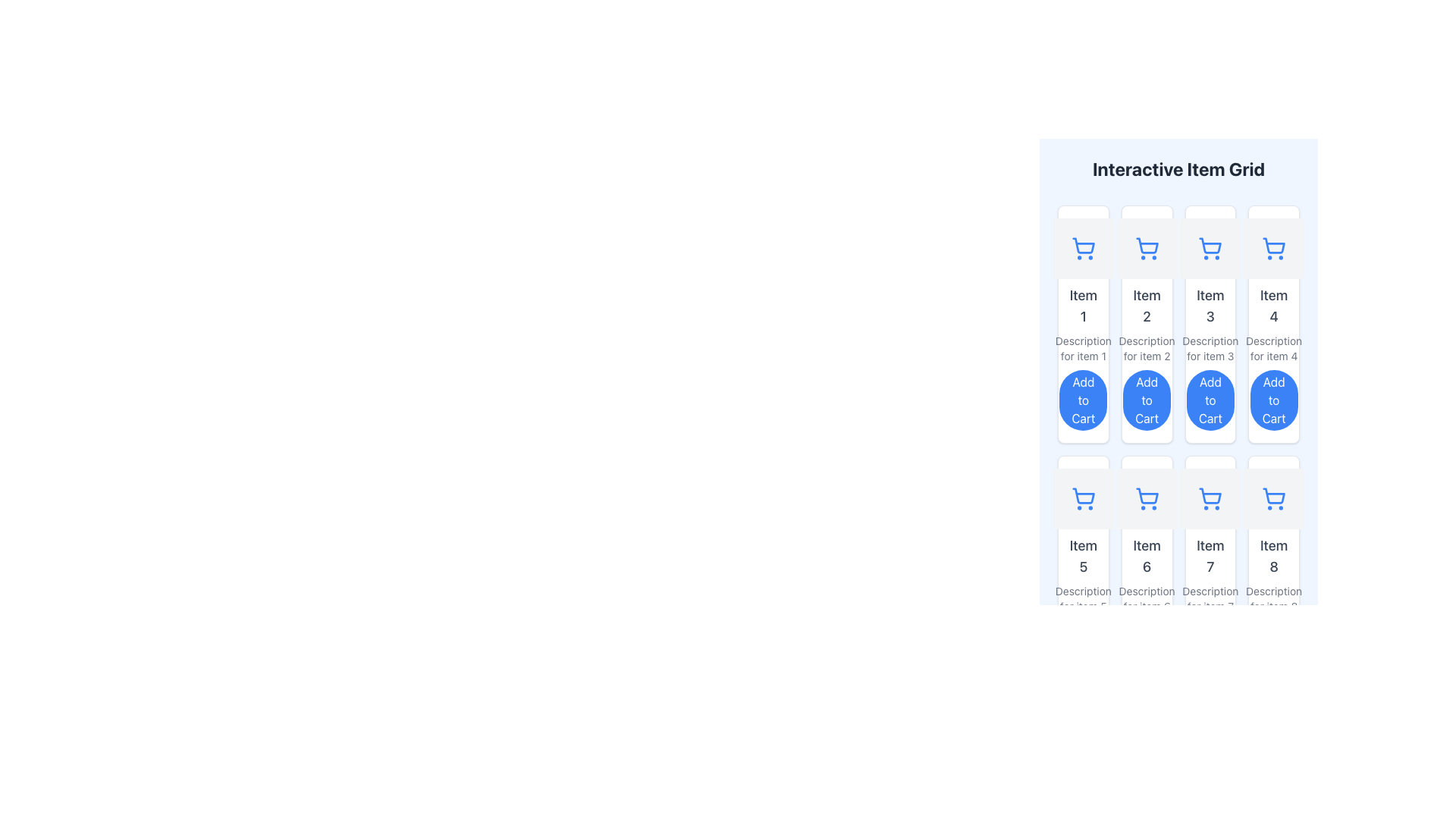  I want to click on the decorative graphic element representing cart-related actions, located in the section for 'Item 7', centered above the item title and description, so click(1210, 499).